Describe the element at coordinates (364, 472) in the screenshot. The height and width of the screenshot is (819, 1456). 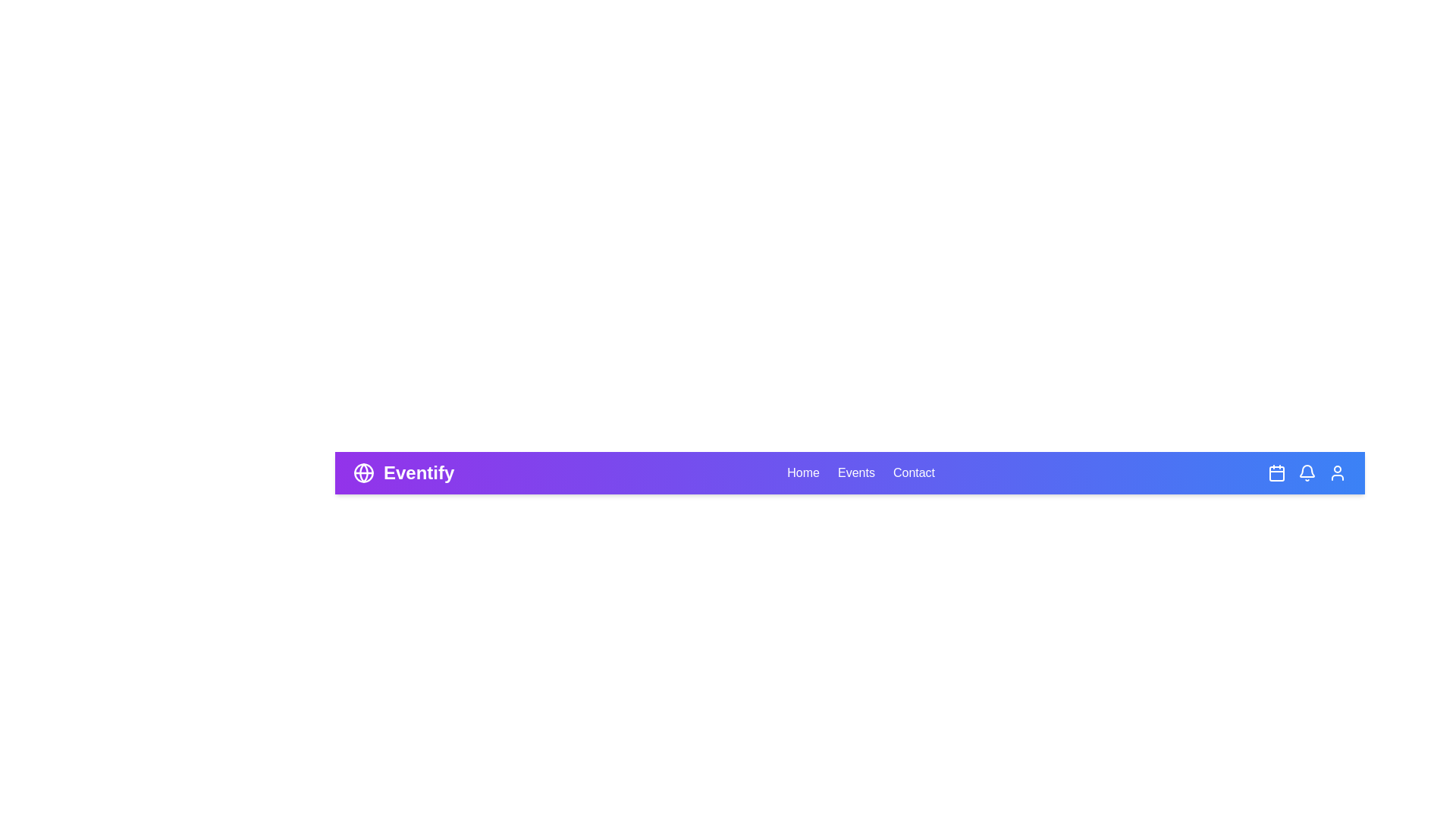
I see `the globe icon to access global settings or information` at that location.